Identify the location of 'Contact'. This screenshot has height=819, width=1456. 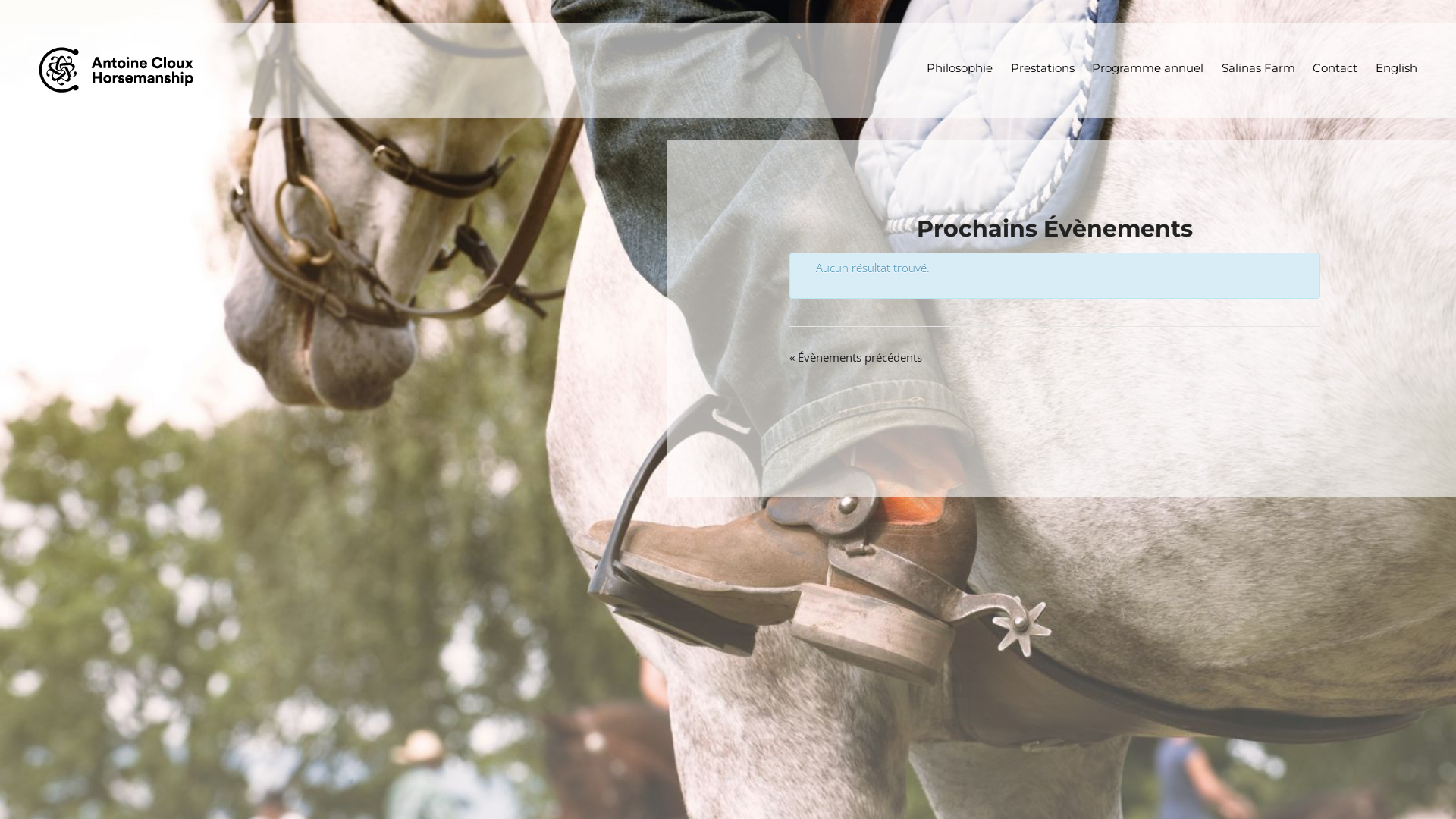
(1303, 68).